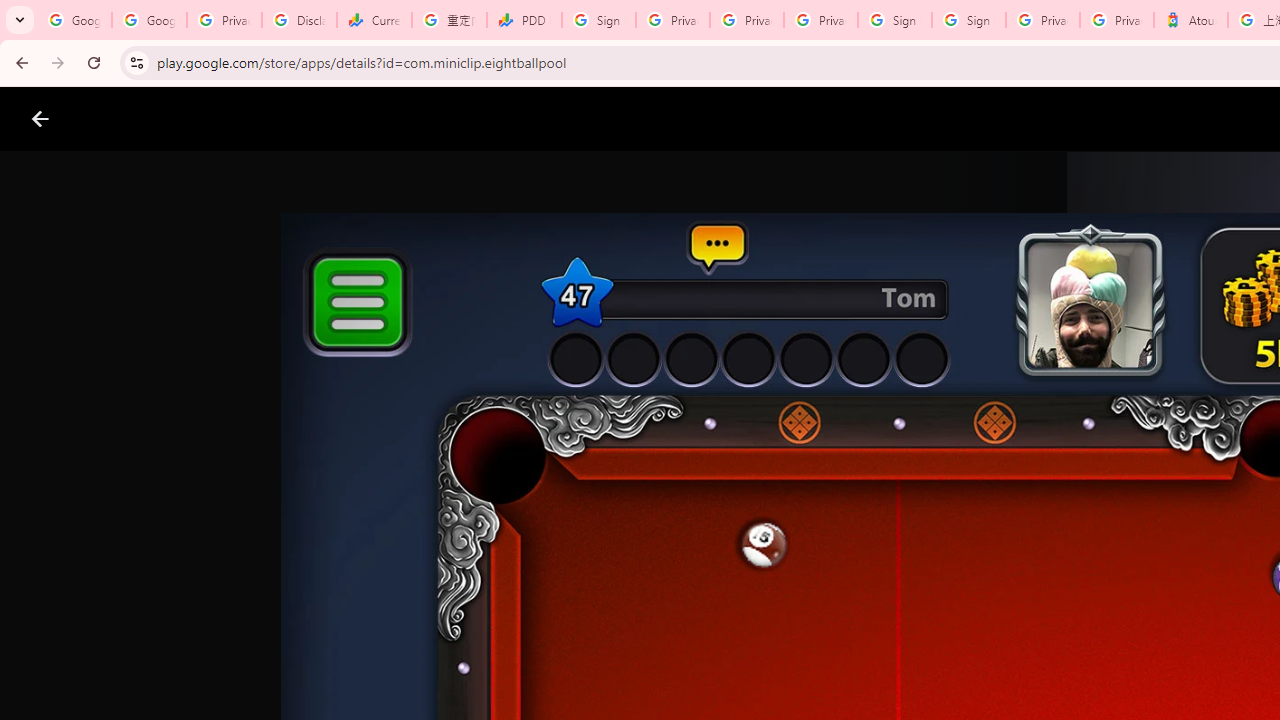  What do you see at coordinates (111, 119) in the screenshot?
I see `'Google Play logo'` at bounding box center [111, 119].